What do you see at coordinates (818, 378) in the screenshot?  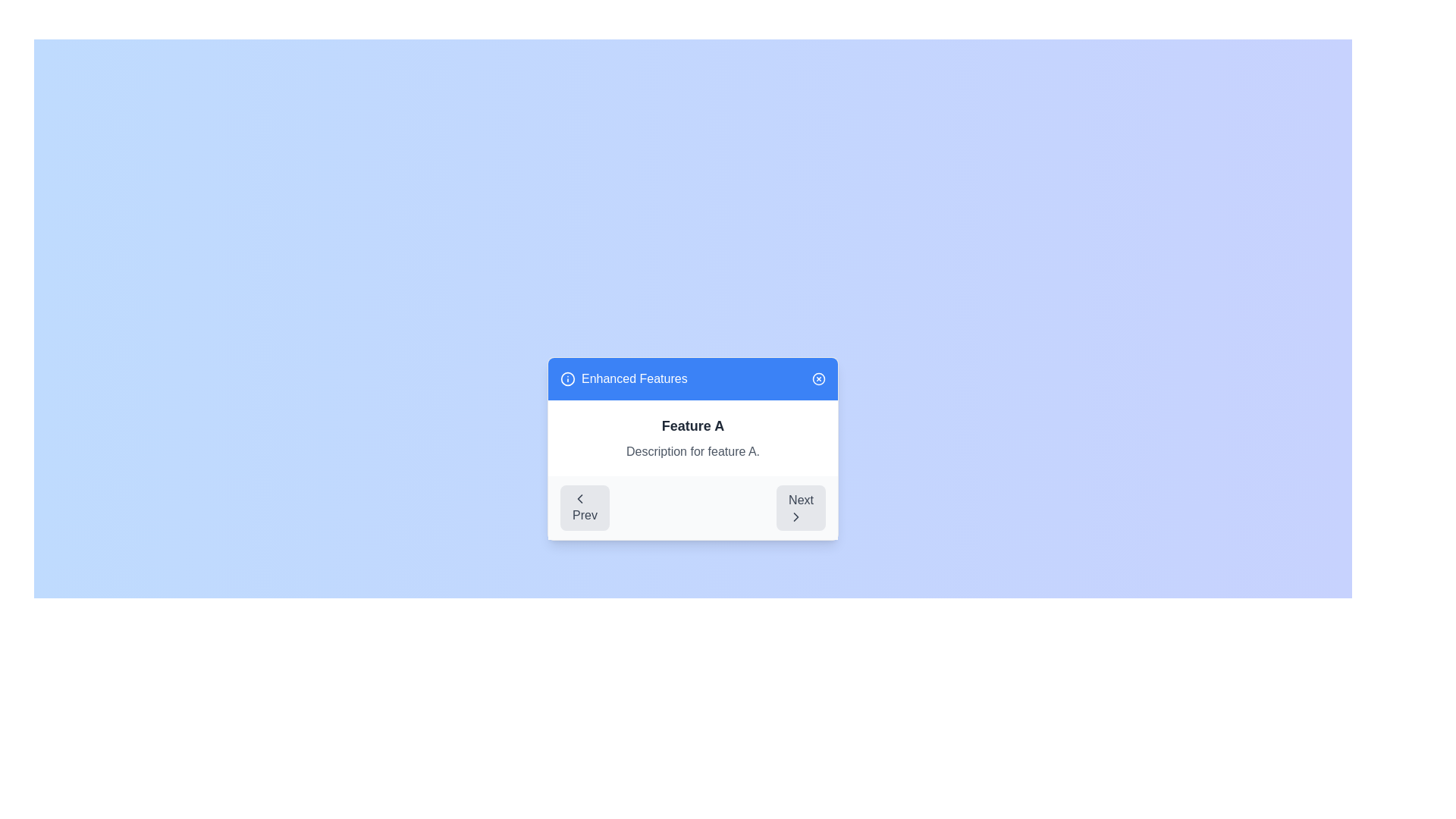 I see `the inner circular portion of the icon group labeled 'Enhanced Features' located at the top-right corner of the blue header` at bounding box center [818, 378].